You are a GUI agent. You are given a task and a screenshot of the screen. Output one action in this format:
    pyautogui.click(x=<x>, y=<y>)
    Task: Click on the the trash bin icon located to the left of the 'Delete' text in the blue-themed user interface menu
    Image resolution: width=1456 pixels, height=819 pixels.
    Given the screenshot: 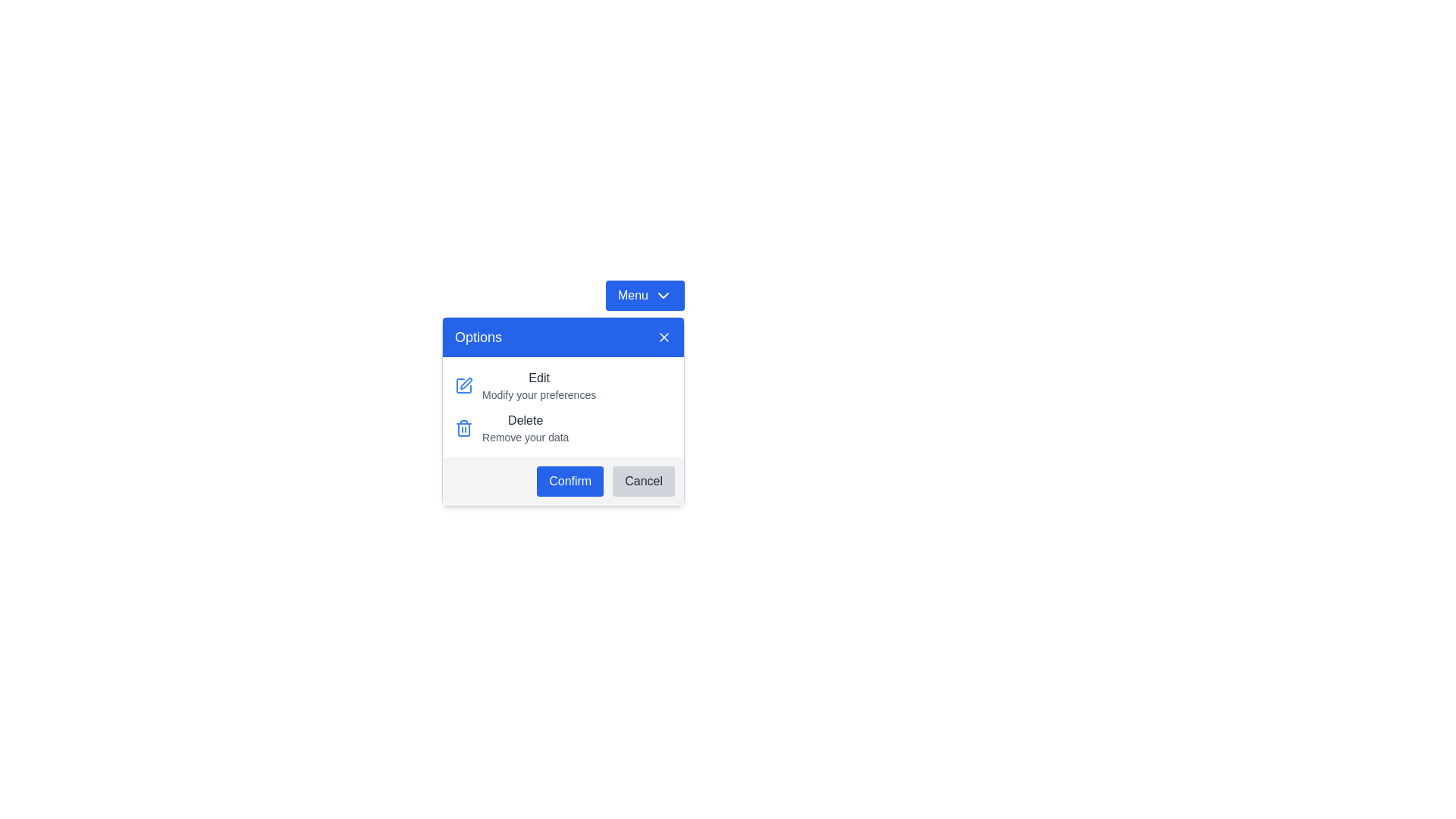 What is the action you would take?
    pyautogui.click(x=463, y=430)
    